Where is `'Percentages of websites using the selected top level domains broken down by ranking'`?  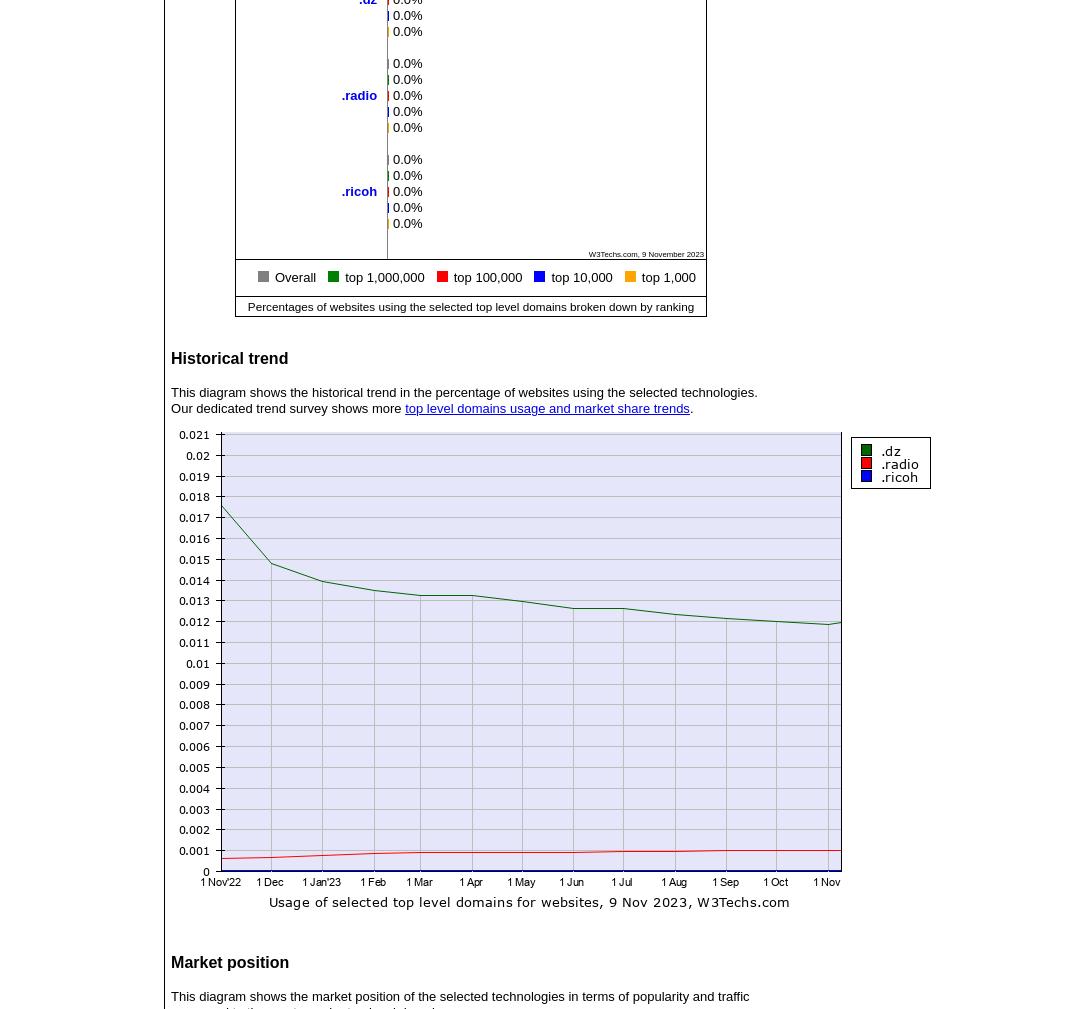
'Percentages of websites using the selected top level domains broken down by ranking' is located at coordinates (469, 304).